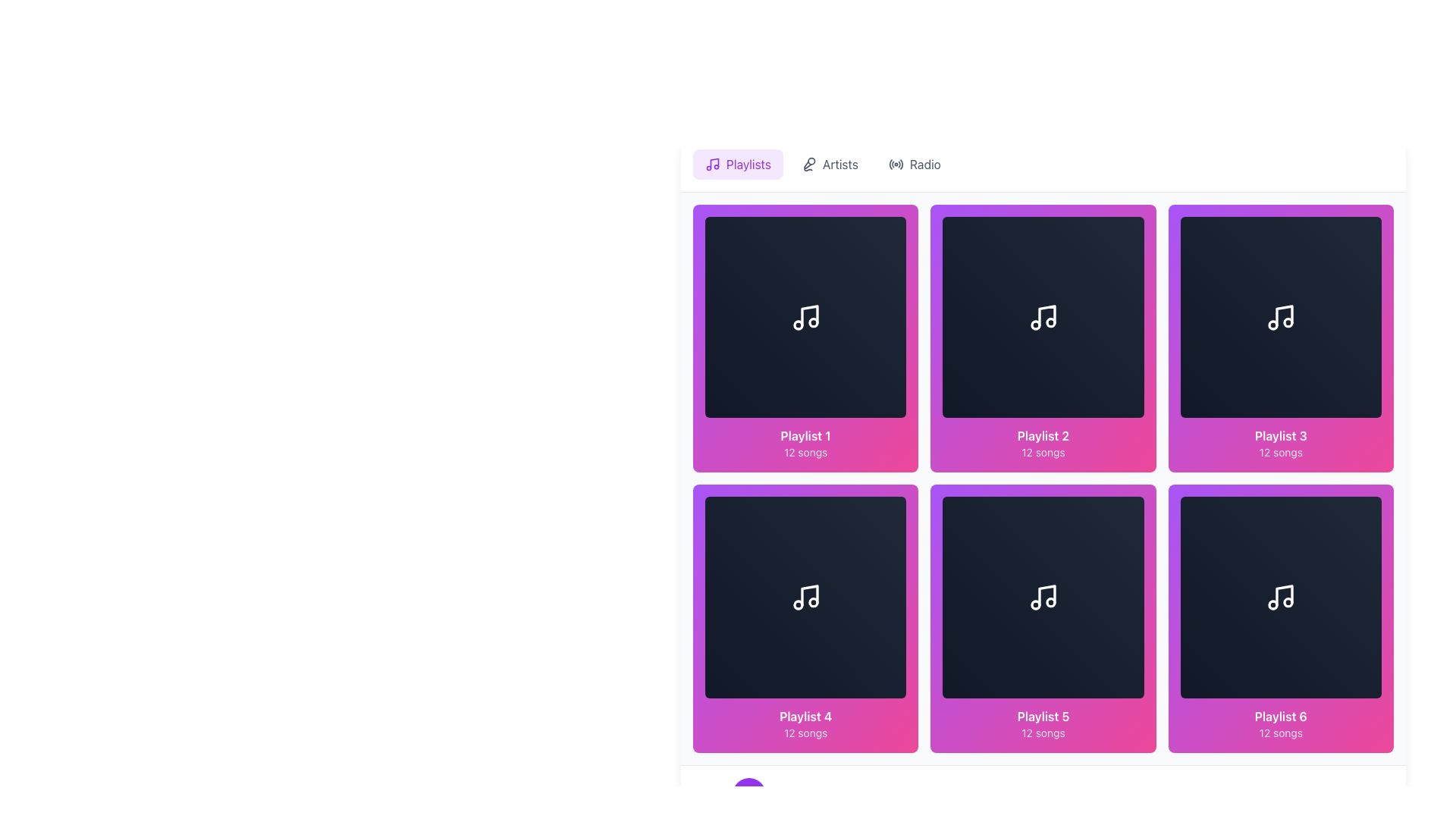  Describe the element at coordinates (1280, 716) in the screenshot. I see `the Text Label displaying 'Playlist 6', which is styled in white bold font and located at the bottom center of a card in a grid layout` at that location.